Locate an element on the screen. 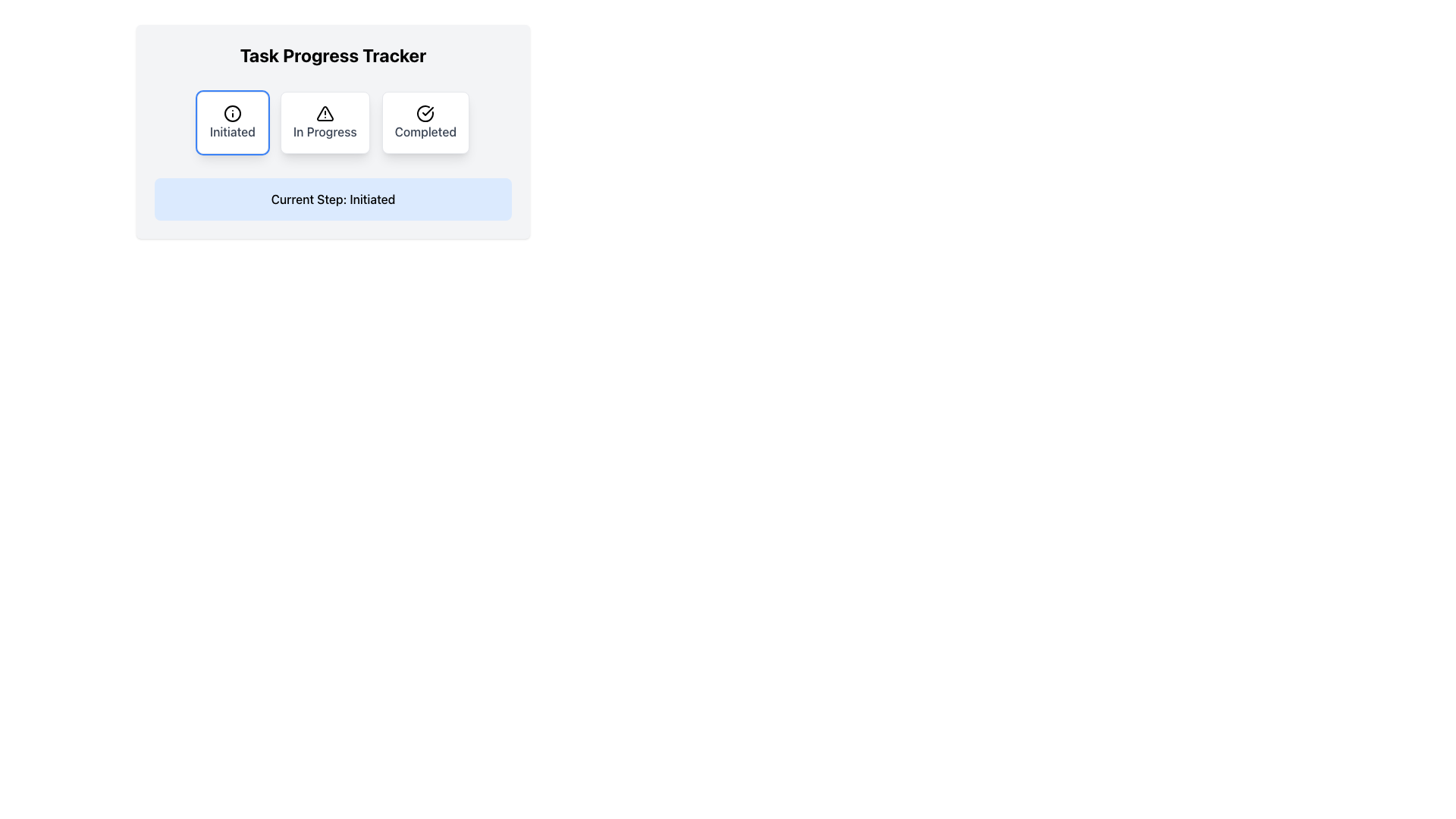  bold, centered heading text labeled 'Task Progress Tracker' located at the top of the card layout is located at coordinates (332, 55).